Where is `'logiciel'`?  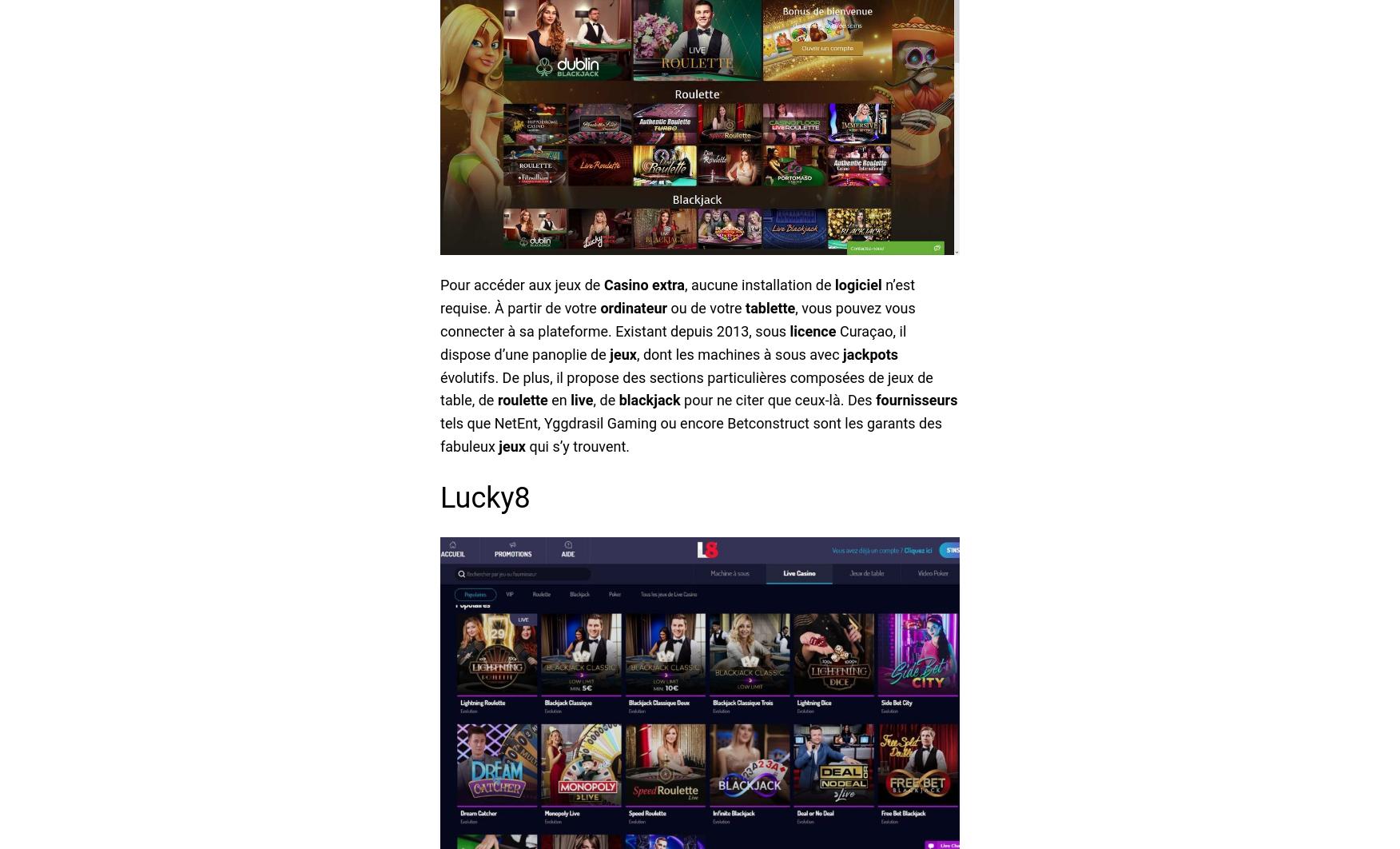 'logiciel' is located at coordinates (857, 284).